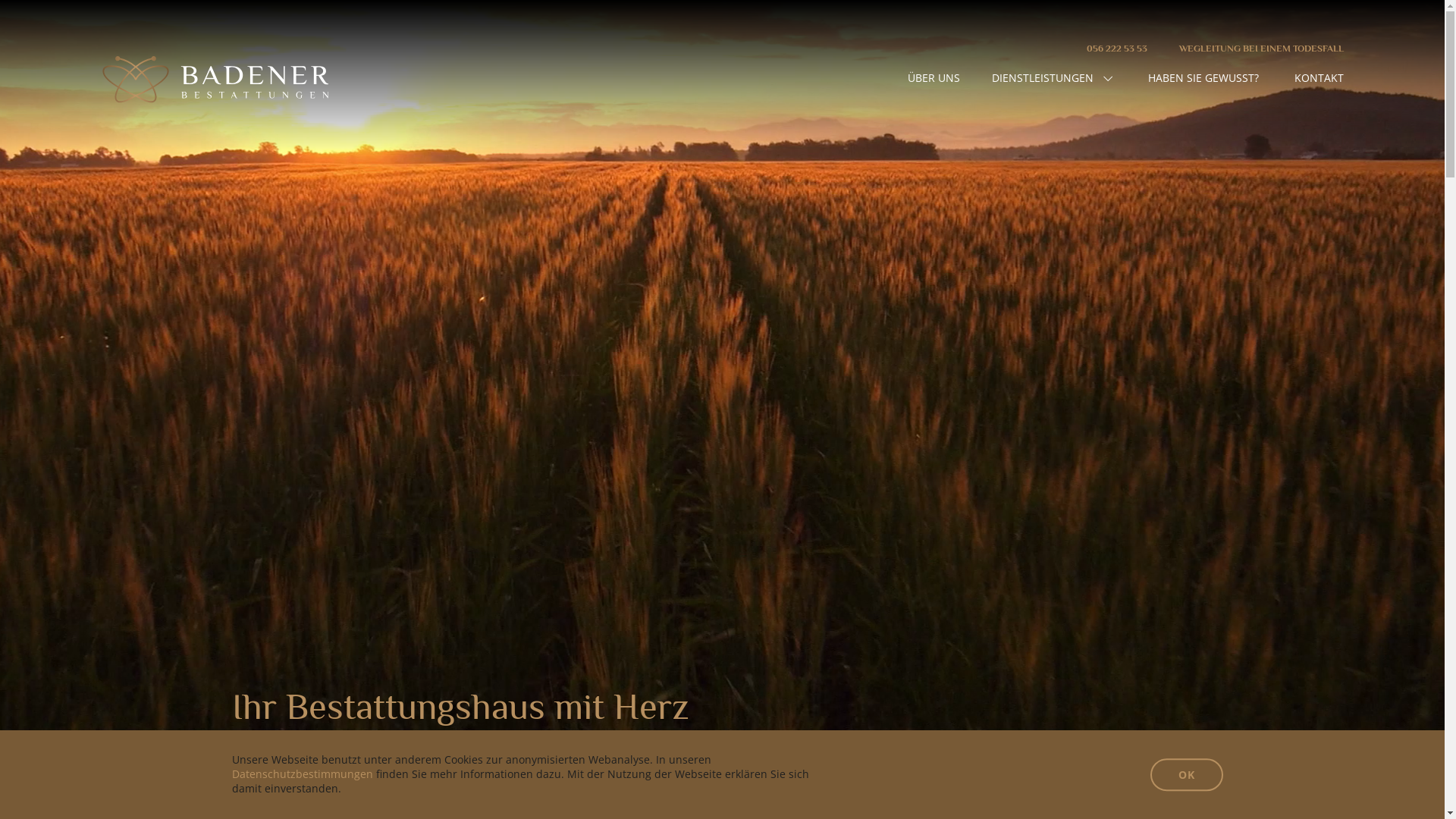 This screenshot has width=1456, height=819. Describe the element at coordinates (1051, 78) in the screenshot. I see `'DIENSTLEISTUNGEN'` at that location.